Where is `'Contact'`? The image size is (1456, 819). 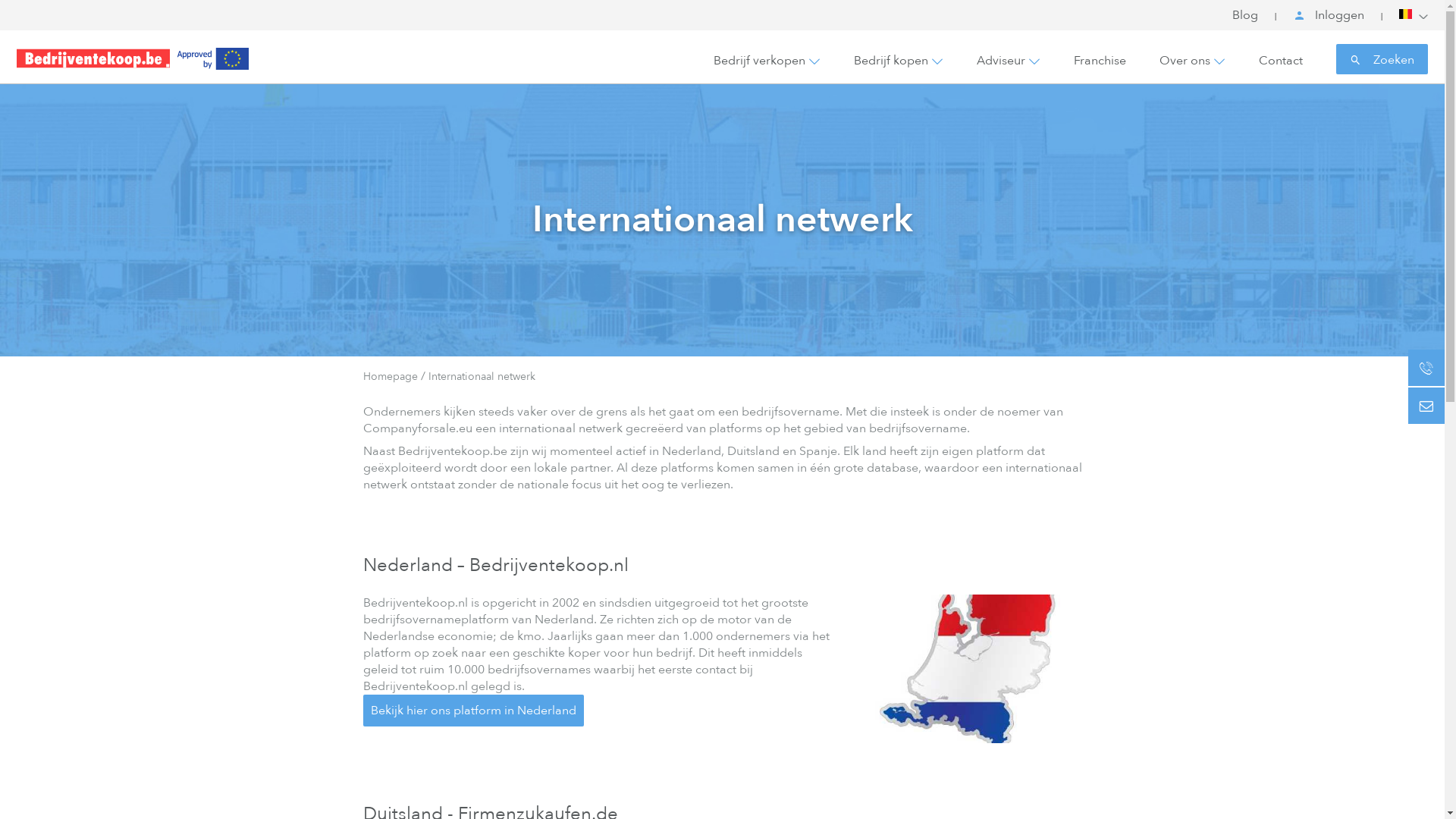
'Contact' is located at coordinates (1280, 60).